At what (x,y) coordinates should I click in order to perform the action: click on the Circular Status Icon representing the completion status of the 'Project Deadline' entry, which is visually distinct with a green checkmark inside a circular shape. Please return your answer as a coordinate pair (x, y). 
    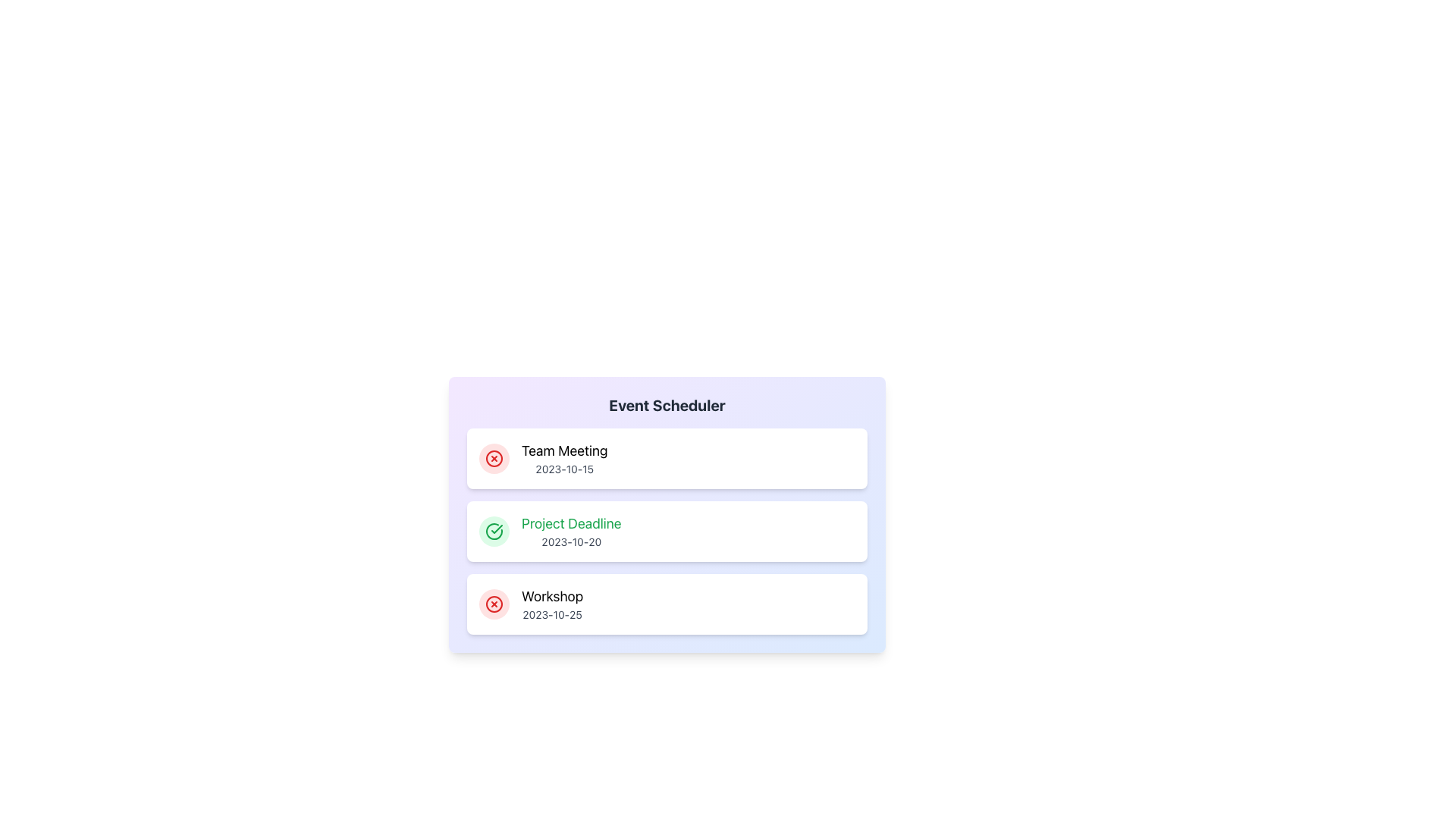
    Looking at the image, I should click on (494, 531).